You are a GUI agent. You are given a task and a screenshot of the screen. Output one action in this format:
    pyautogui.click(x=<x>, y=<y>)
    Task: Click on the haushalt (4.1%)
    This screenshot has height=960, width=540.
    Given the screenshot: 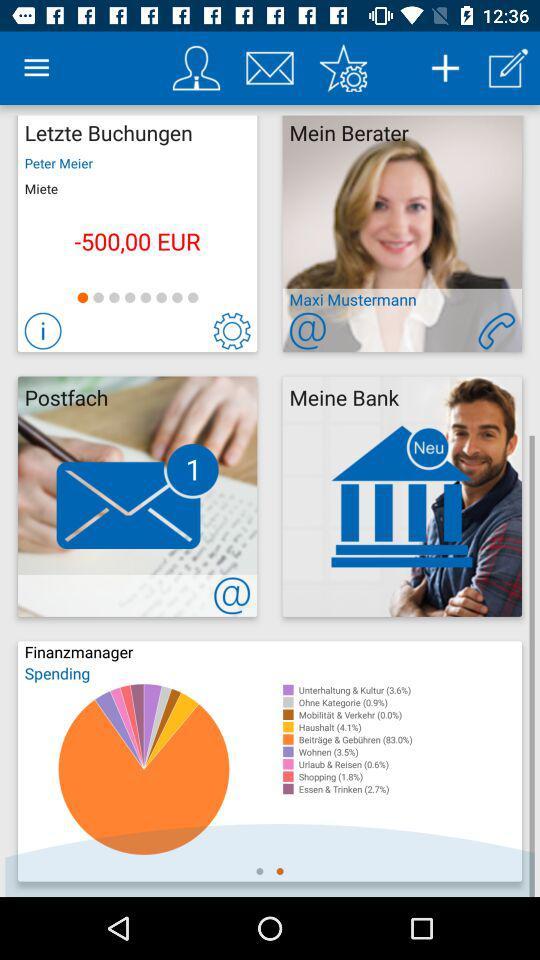 What is the action you would take?
    pyautogui.click(x=409, y=726)
    